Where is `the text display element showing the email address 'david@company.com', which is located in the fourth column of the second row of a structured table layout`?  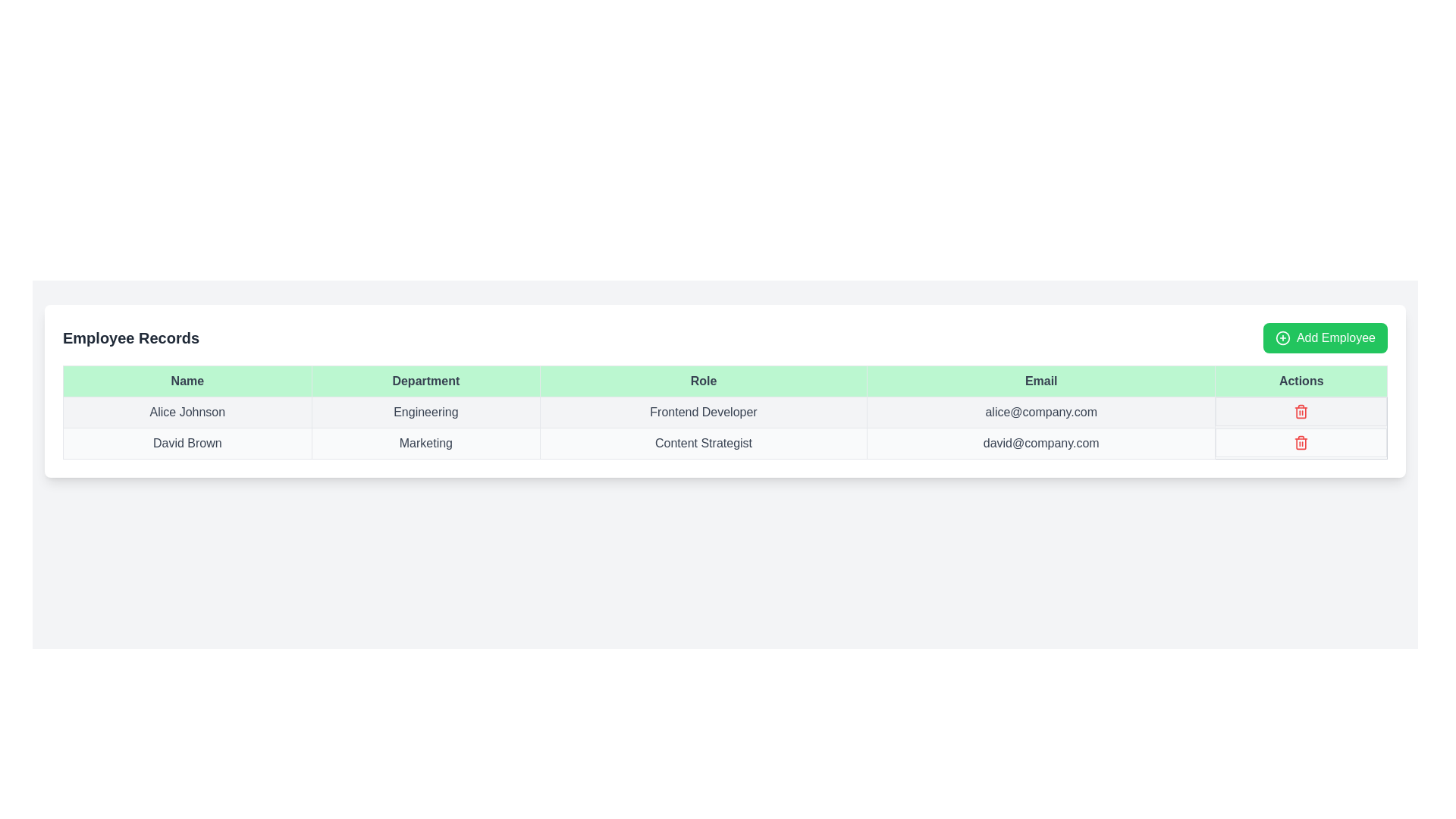 the text display element showing the email address 'david@company.com', which is located in the fourth column of the second row of a structured table layout is located at coordinates (1040, 444).